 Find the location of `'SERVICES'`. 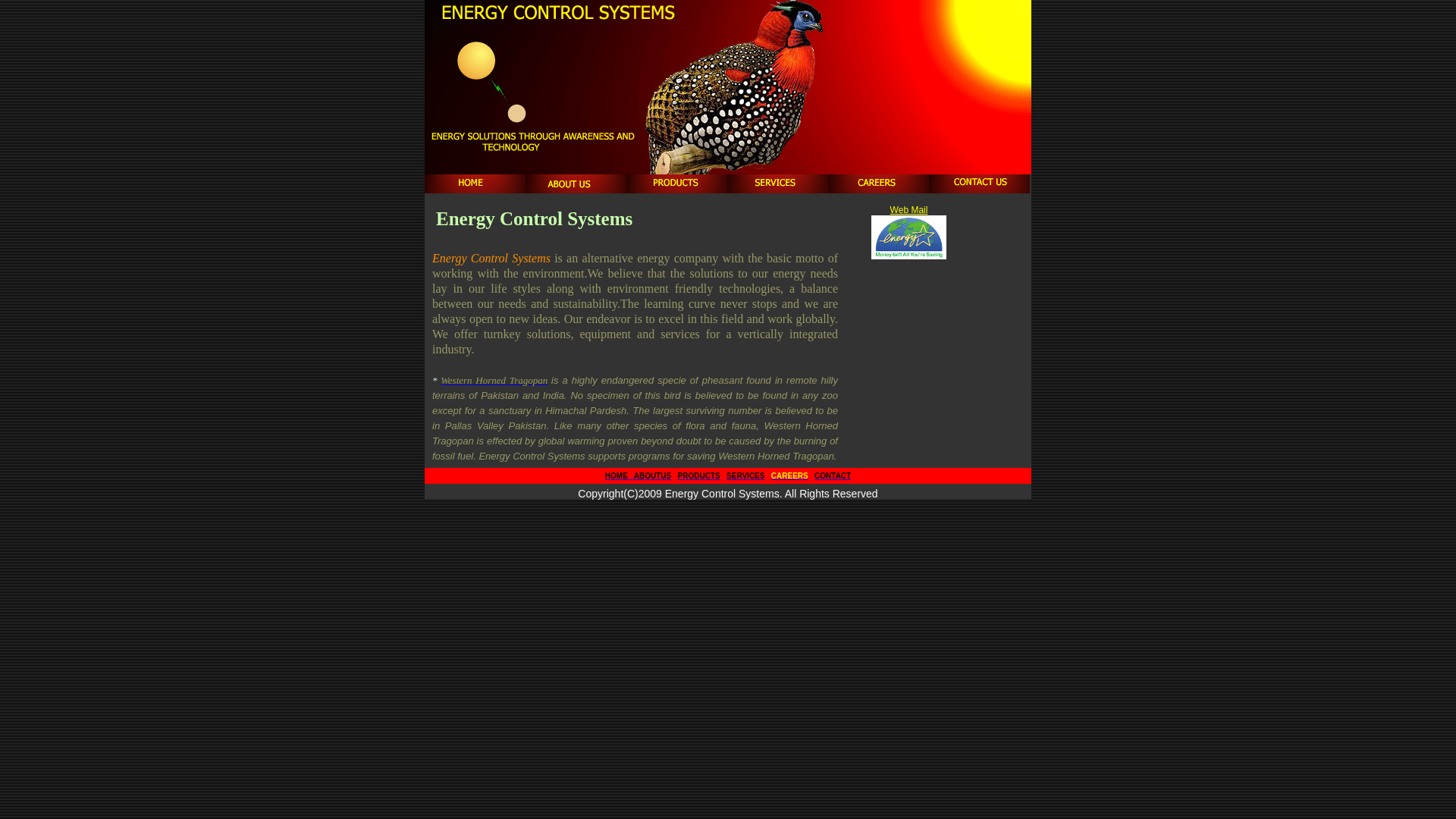

'SERVICES' is located at coordinates (726, 475).